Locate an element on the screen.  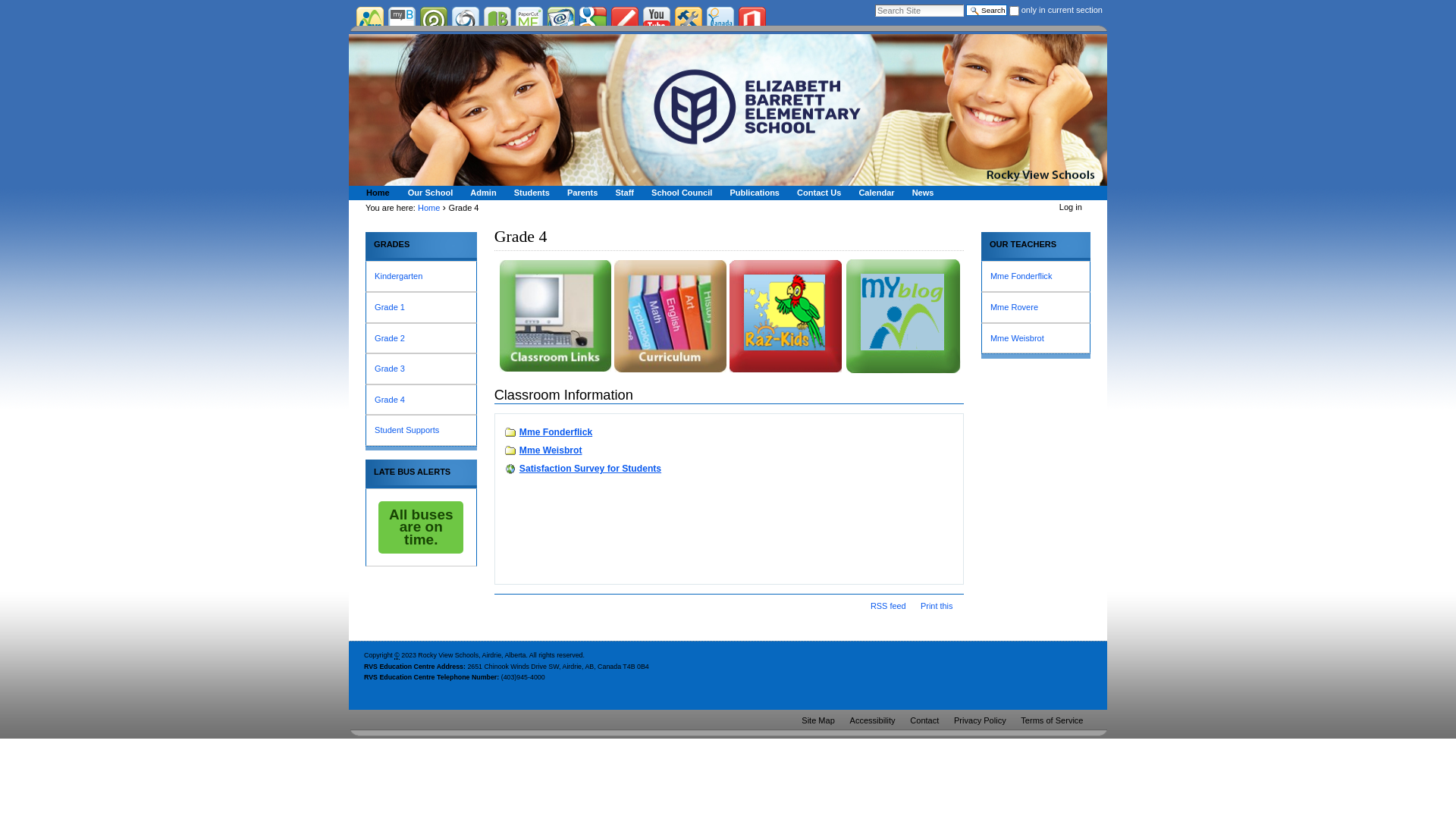
'Print this' is located at coordinates (935, 604).